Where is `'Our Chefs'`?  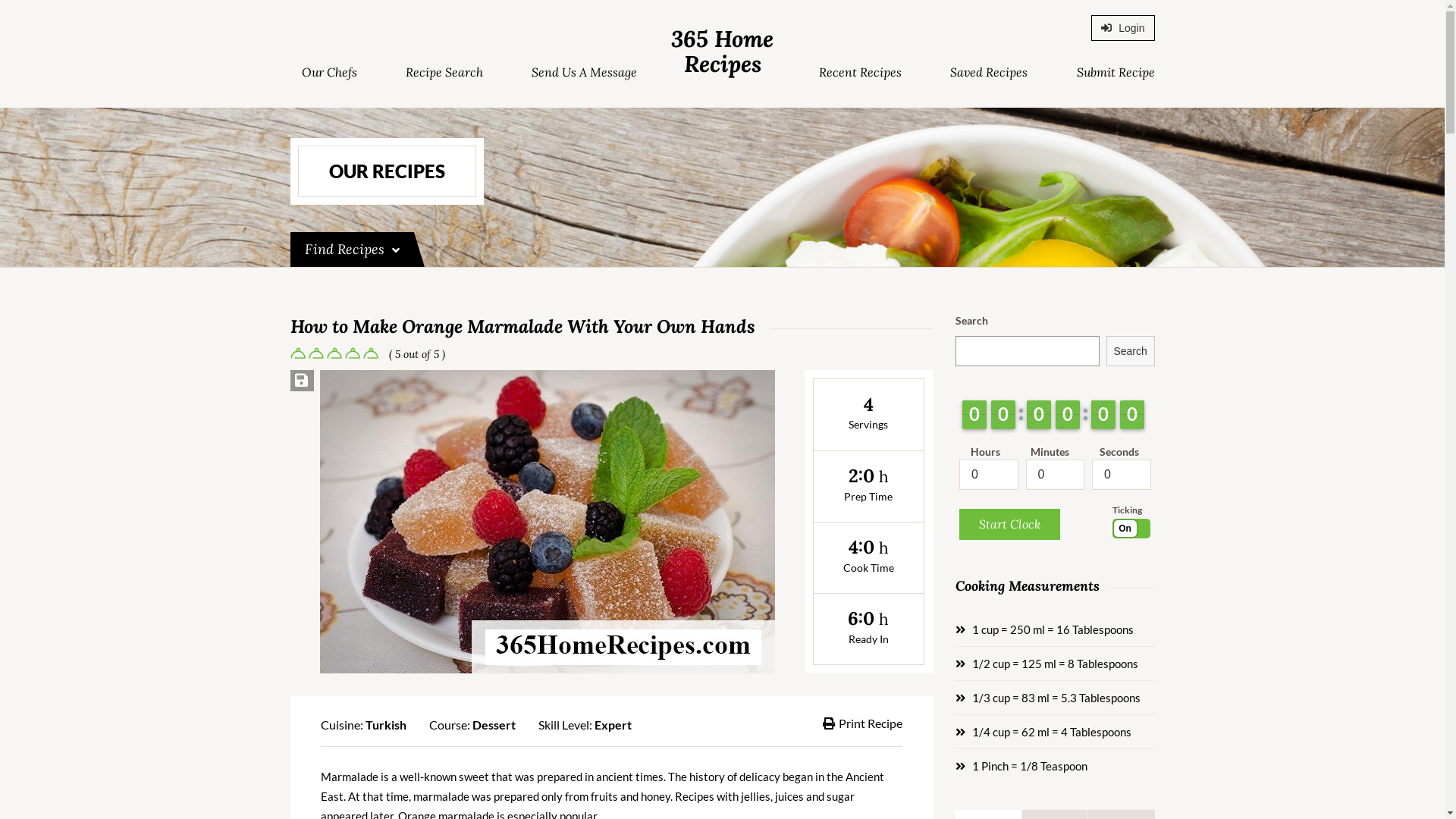
'Our Chefs' is located at coordinates (328, 73).